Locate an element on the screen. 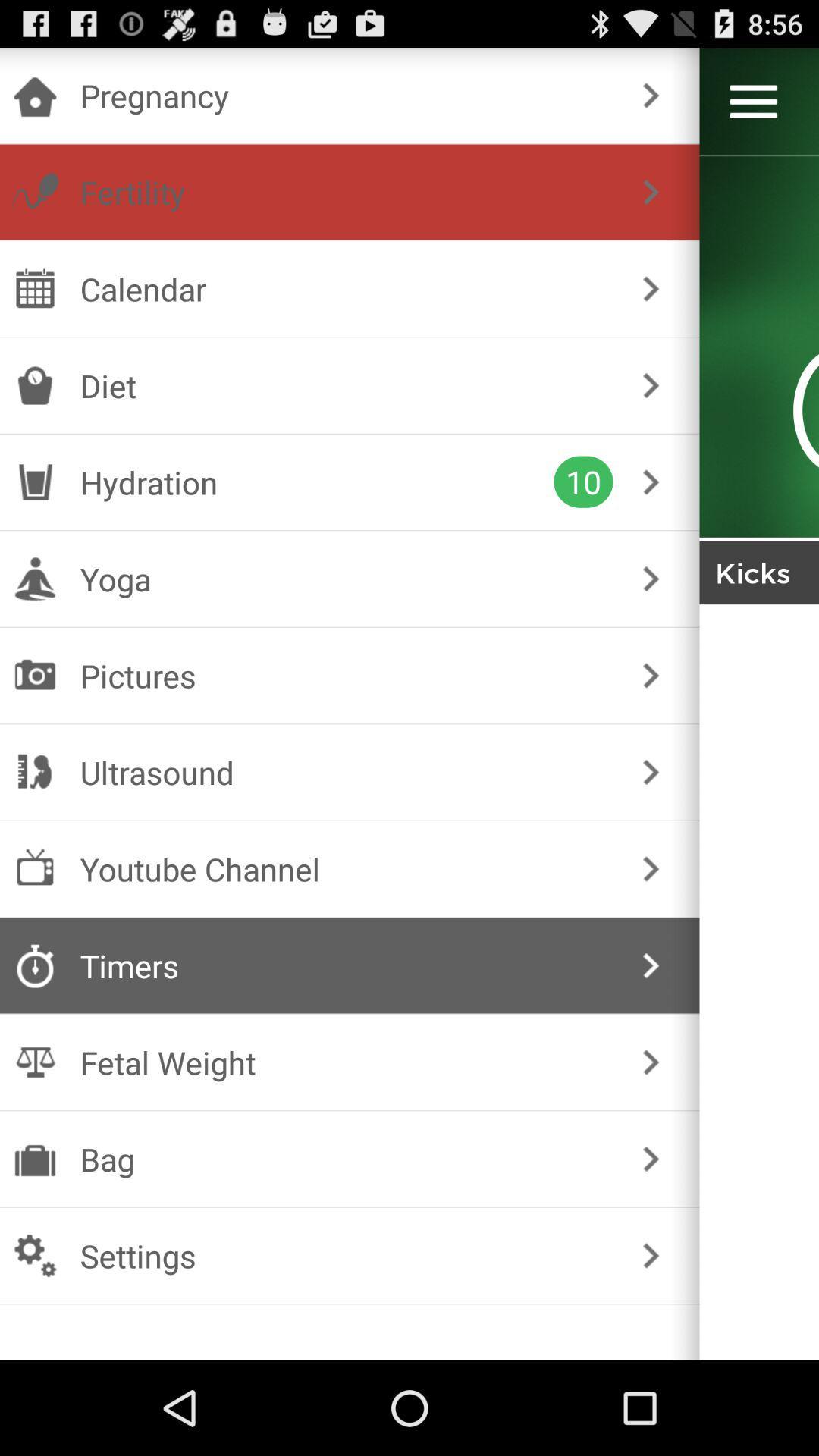 The height and width of the screenshot is (1456, 819). checkbox above bag item is located at coordinates (347, 1062).